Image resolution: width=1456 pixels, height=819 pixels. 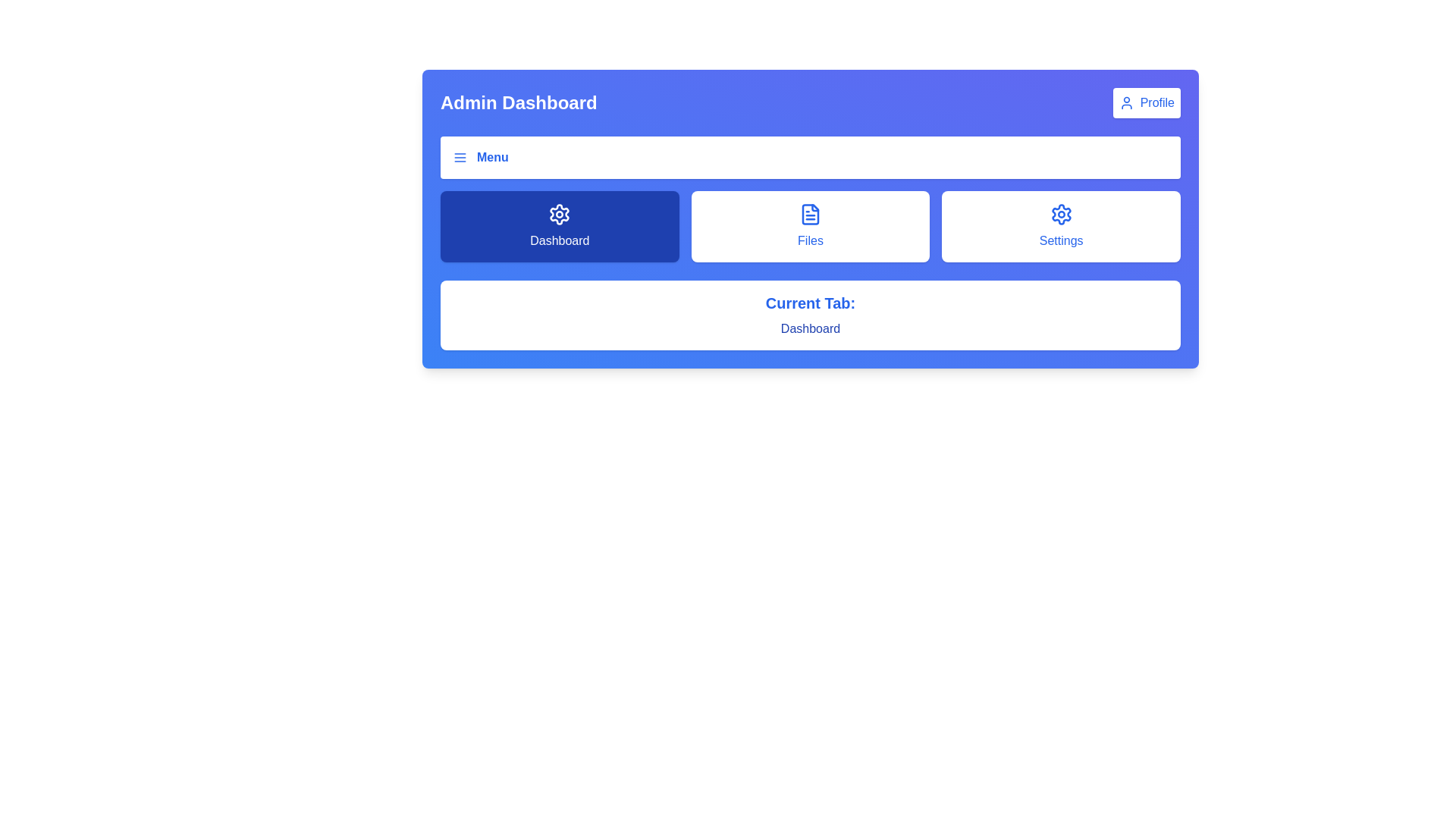 I want to click on the 'Settings' label, which is styled in a blue sans-serif font and located at the center bottom of the third card in a row of options, so click(x=1060, y=240).